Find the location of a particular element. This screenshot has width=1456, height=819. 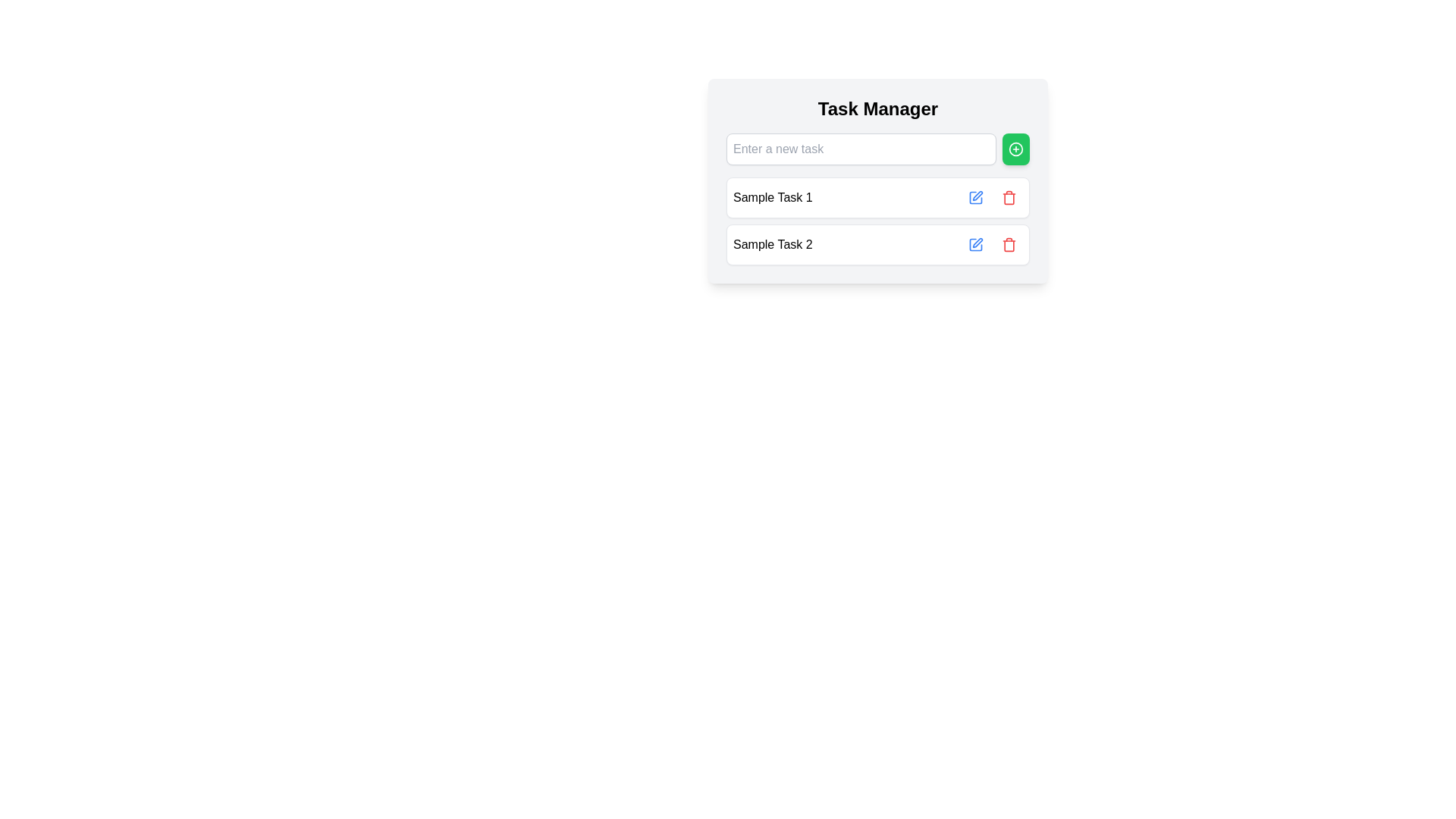

the delete button located to the right of the edit icon in the action panel for 'Sample Task 1' is located at coordinates (1009, 197).